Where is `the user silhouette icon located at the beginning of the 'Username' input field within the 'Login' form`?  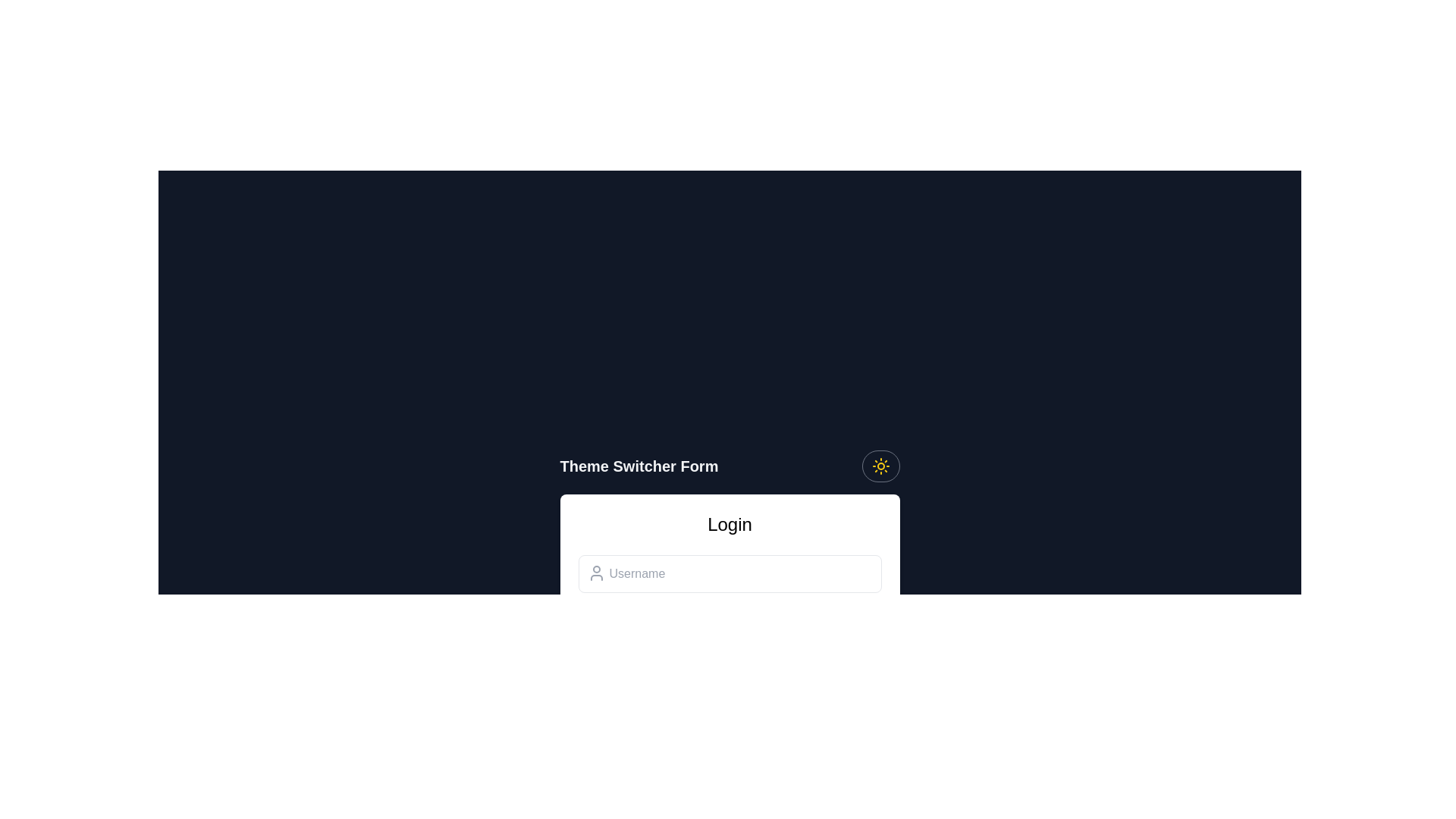
the user silhouette icon located at the beginning of the 'Username' input field within the 'Login' form is located at coordinates (595, 573).